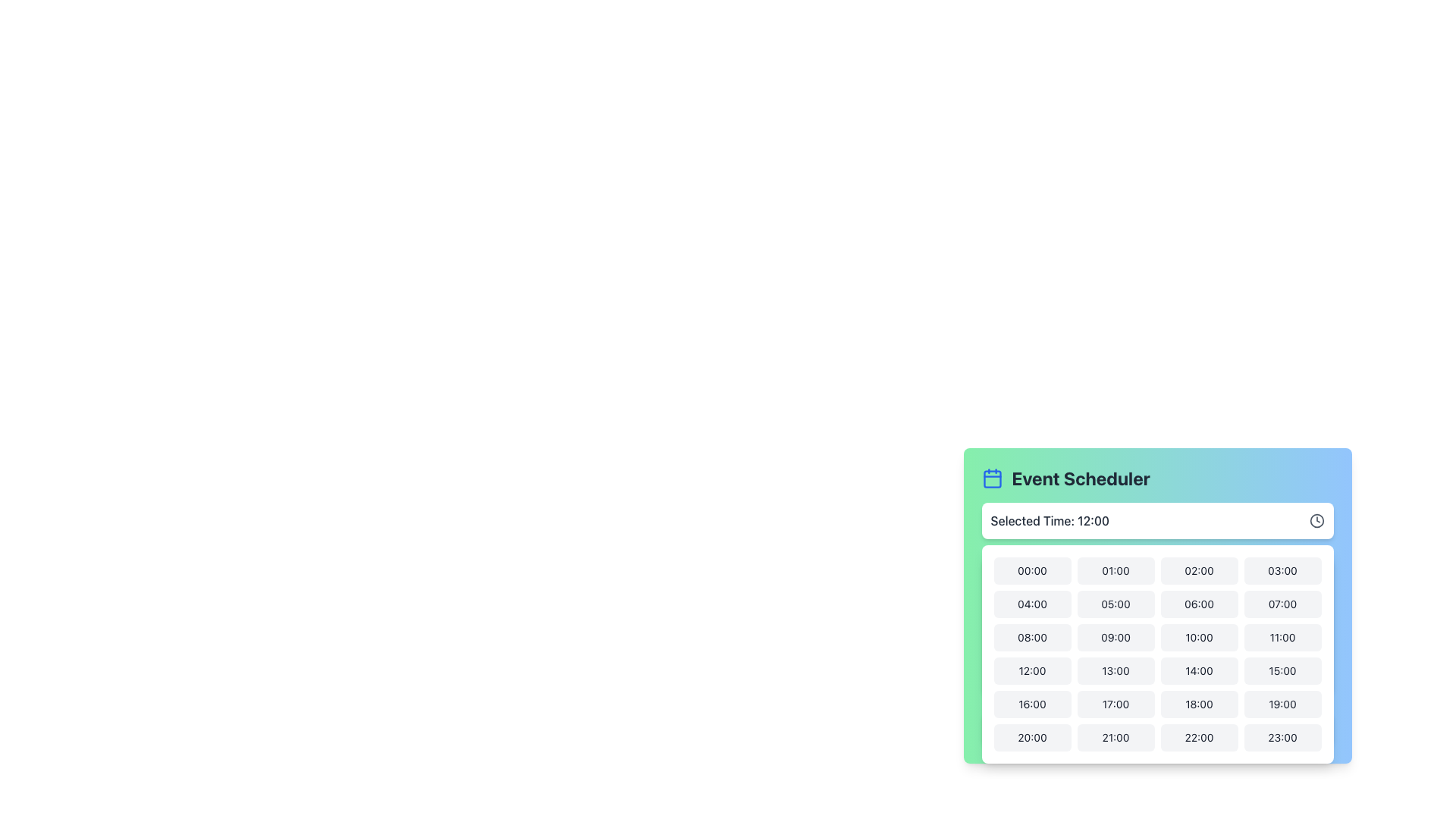 This screenshot has width=1456, height=819. I want to click on the rectangular button with rounded corners labeled '08:00', so click(1031, 637).